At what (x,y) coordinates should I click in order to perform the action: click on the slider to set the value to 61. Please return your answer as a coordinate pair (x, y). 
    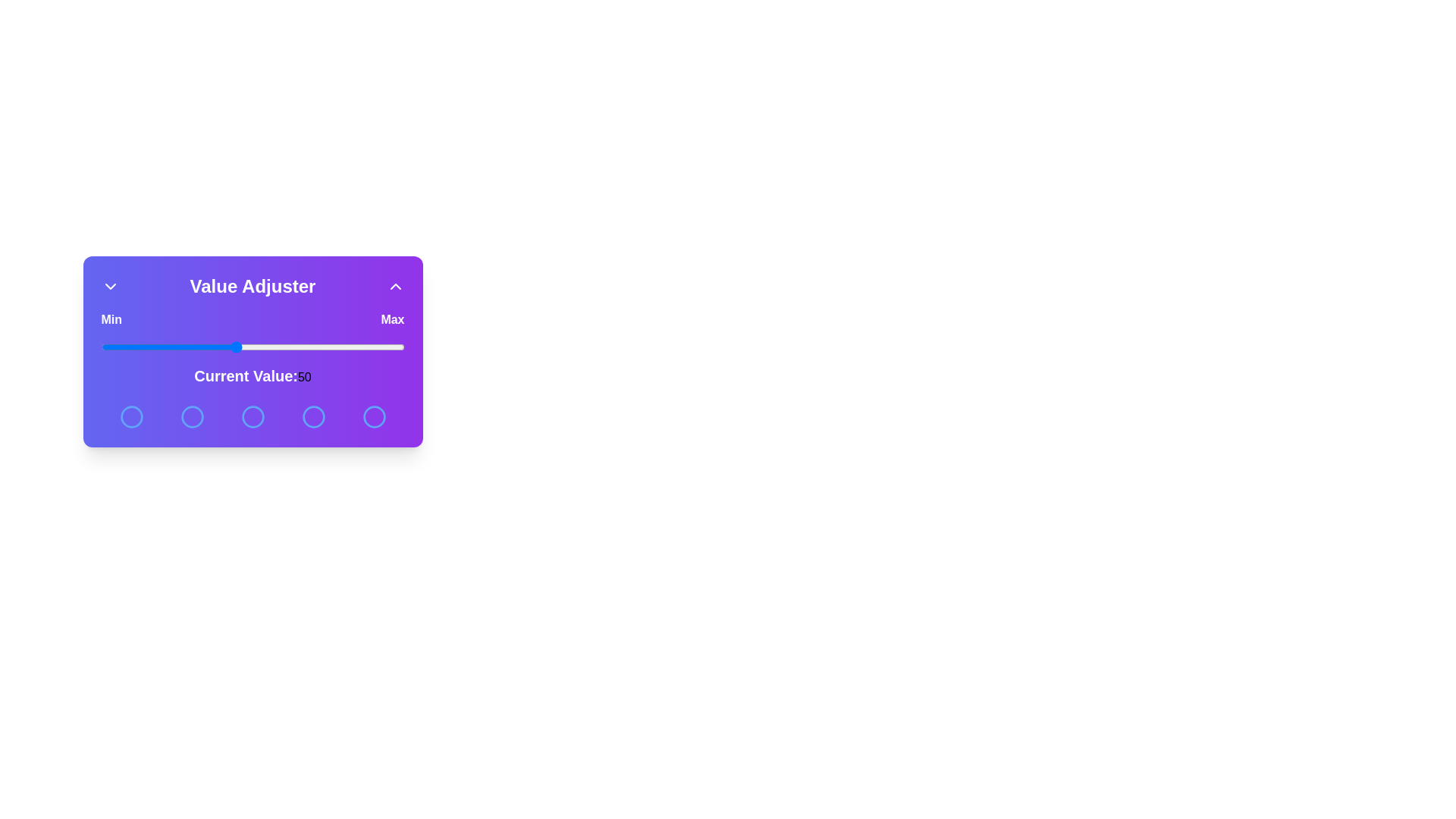
    Looking at the image, I should click on (273, 347).